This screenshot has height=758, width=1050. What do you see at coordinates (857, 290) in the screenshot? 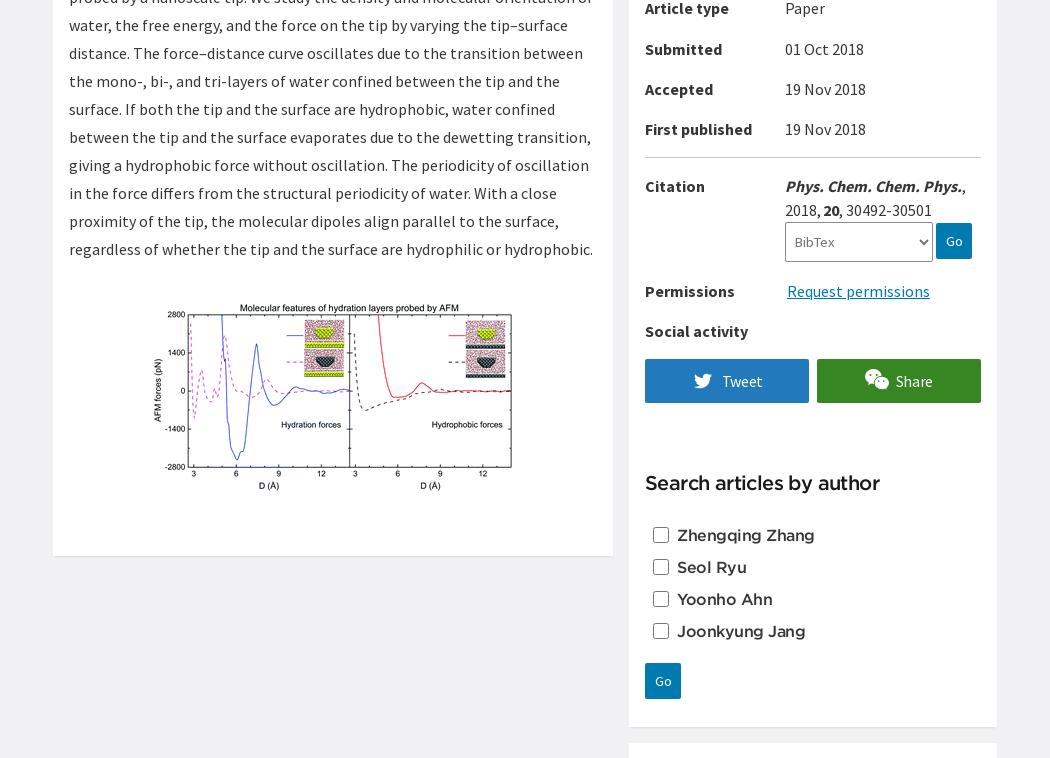
I see `'Request permissions'` at bounding box center [857, 290].